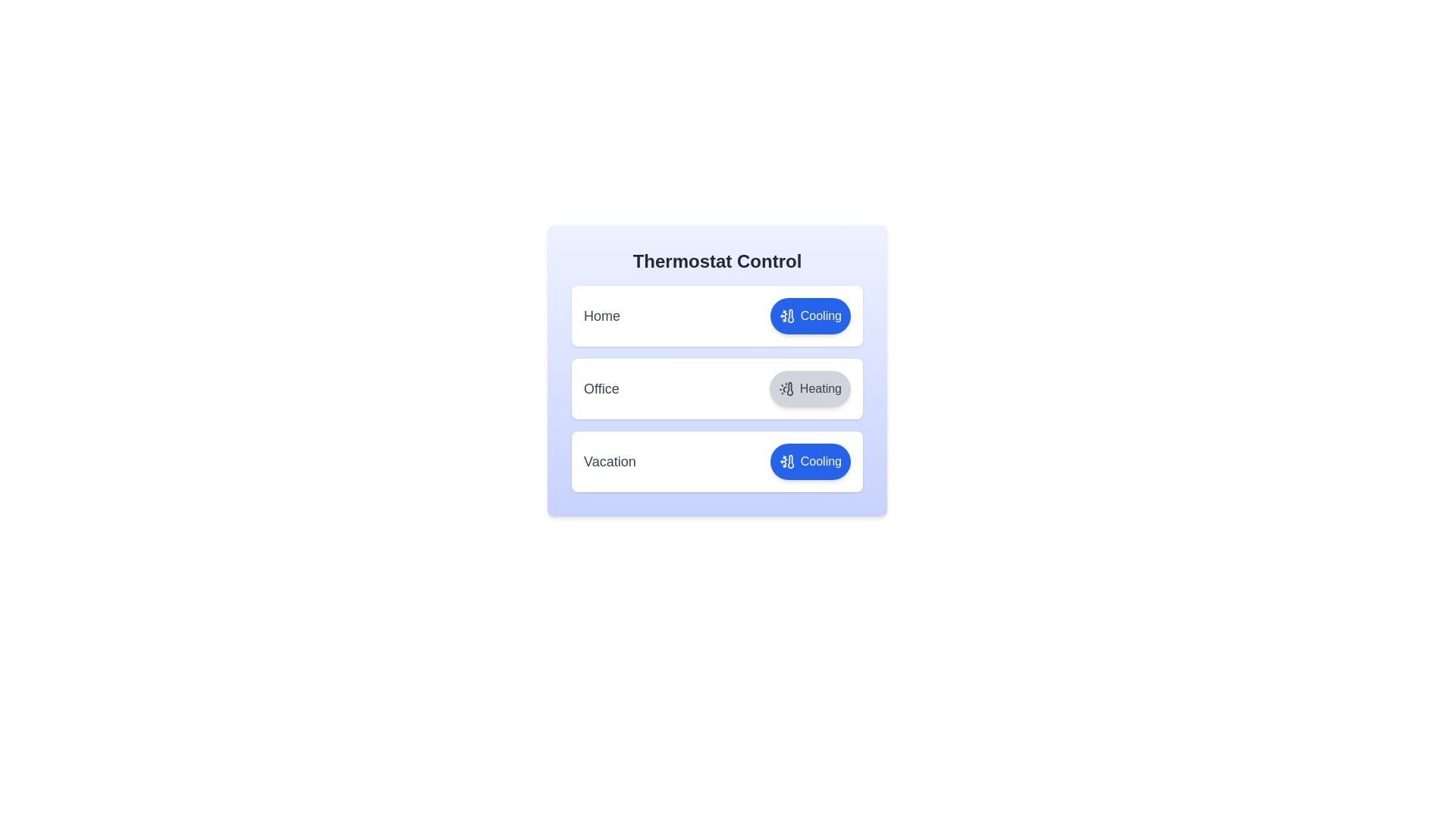 This screenshot has height=819, width=1456. What do you see at coordinates (809, 388) in the screenshot?
I see `button labeled 'Heating' under the 'Office' setting to toggle it to 'Cooling'` at bounding box center [809, 388].